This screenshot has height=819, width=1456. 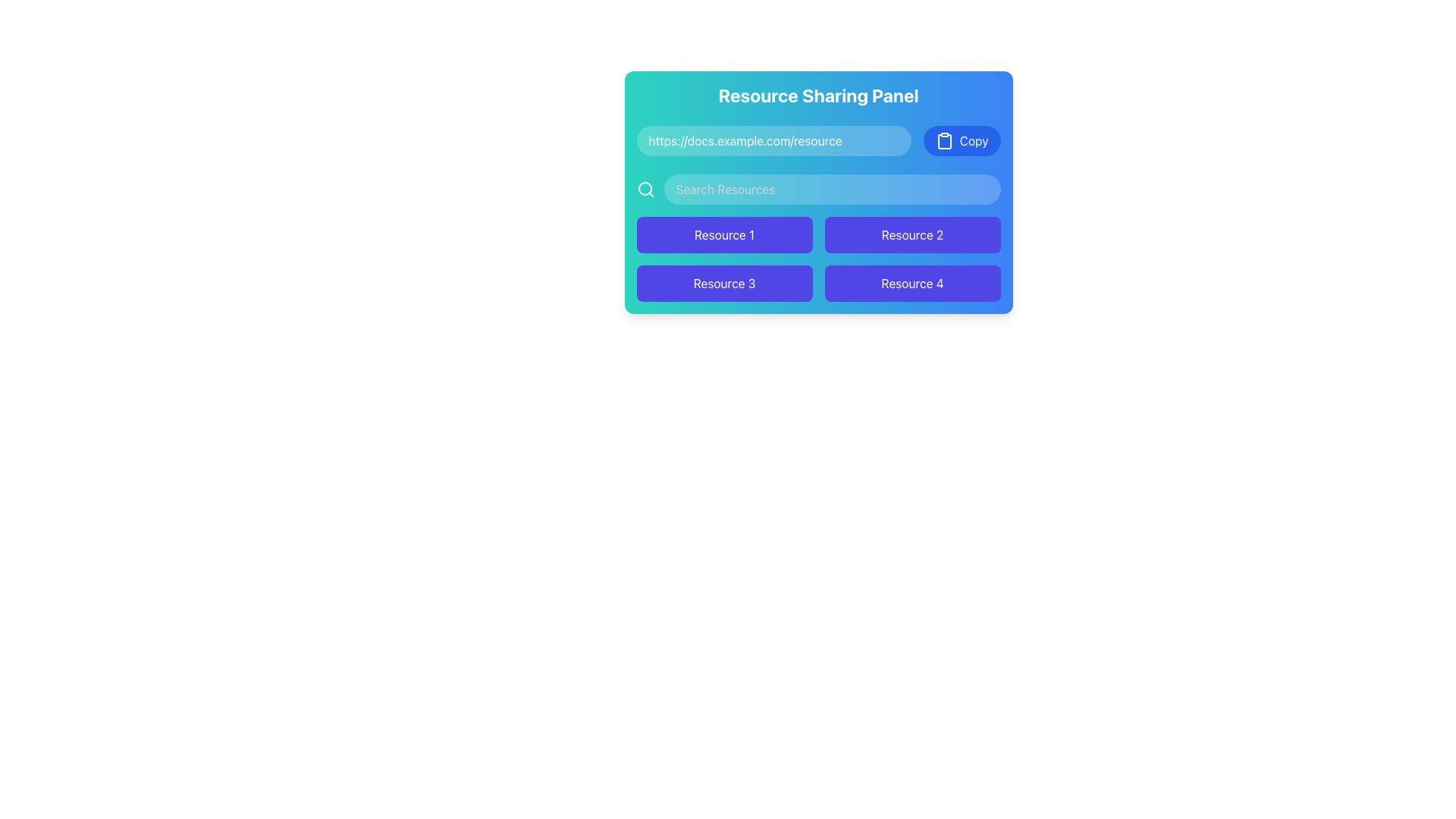 What do you see at coordinates (912, 284) in the screenshot?
I see `the fourth button in a grid layout` at bounding box center [912, 284].